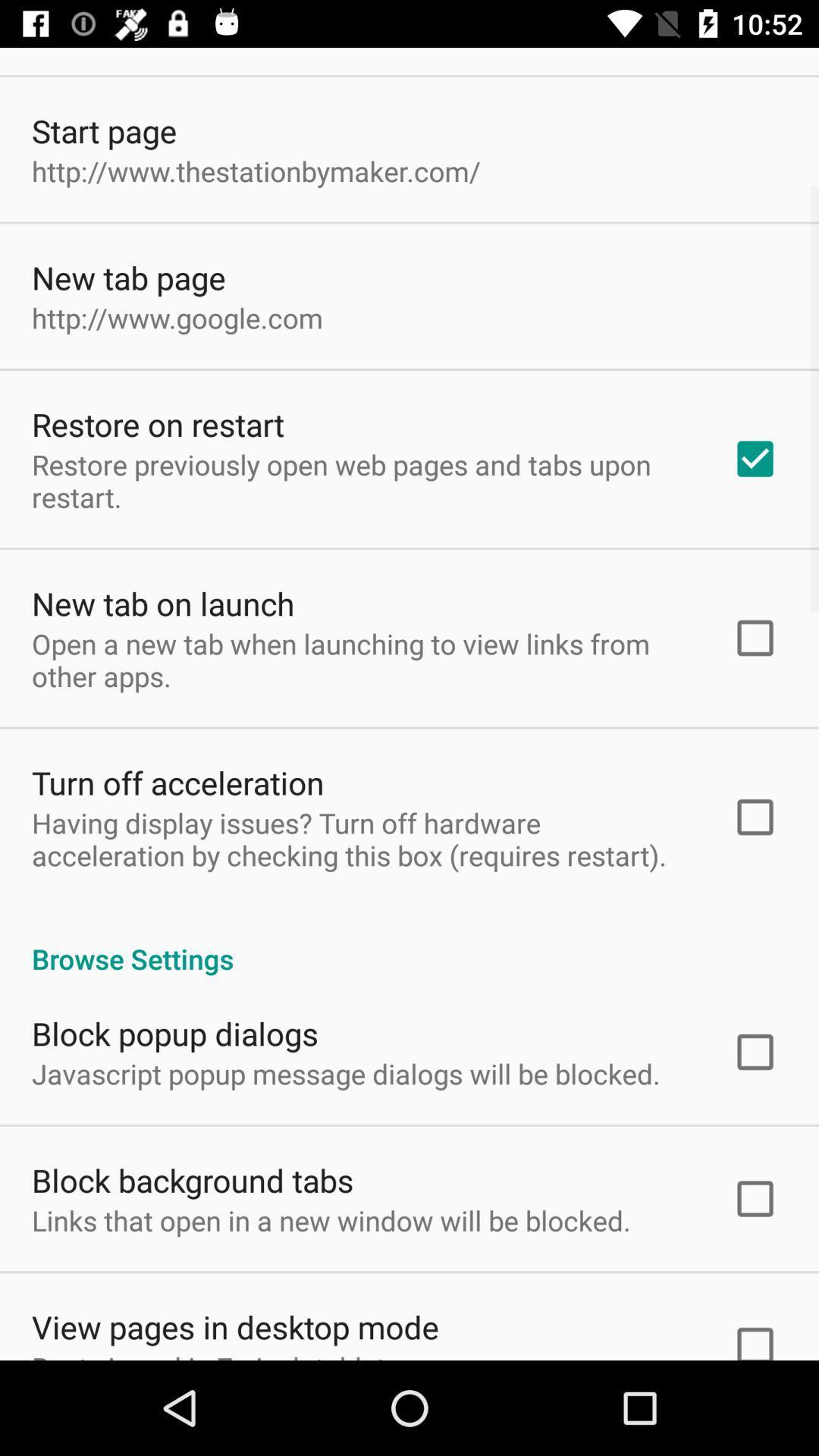 This screenshot has width=819, height=1456. Describe the element at coordinates (362, 480) in the screenshot. I see `the restore previously open` at that location.